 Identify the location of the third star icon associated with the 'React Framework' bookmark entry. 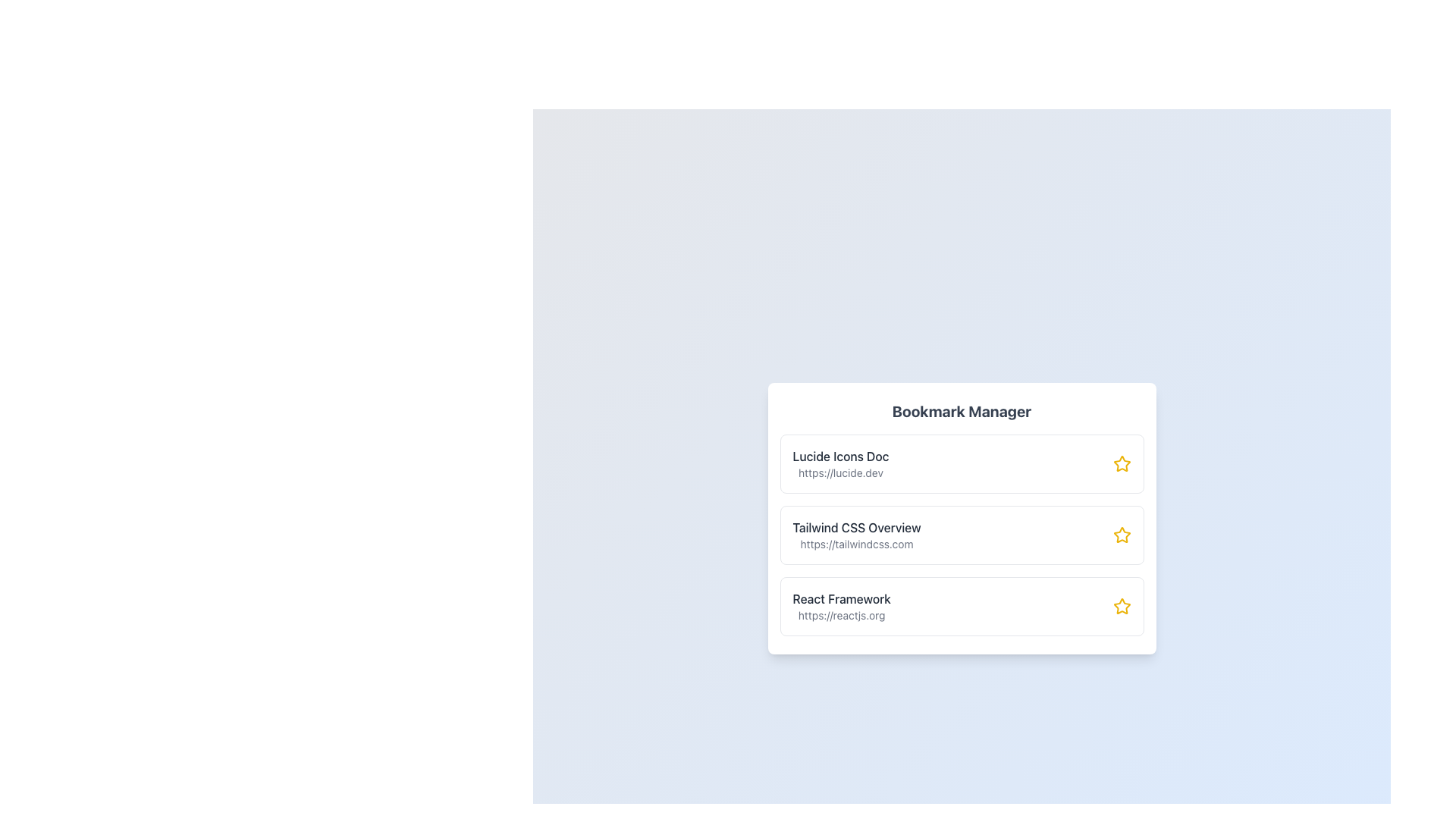
(1122, 605).